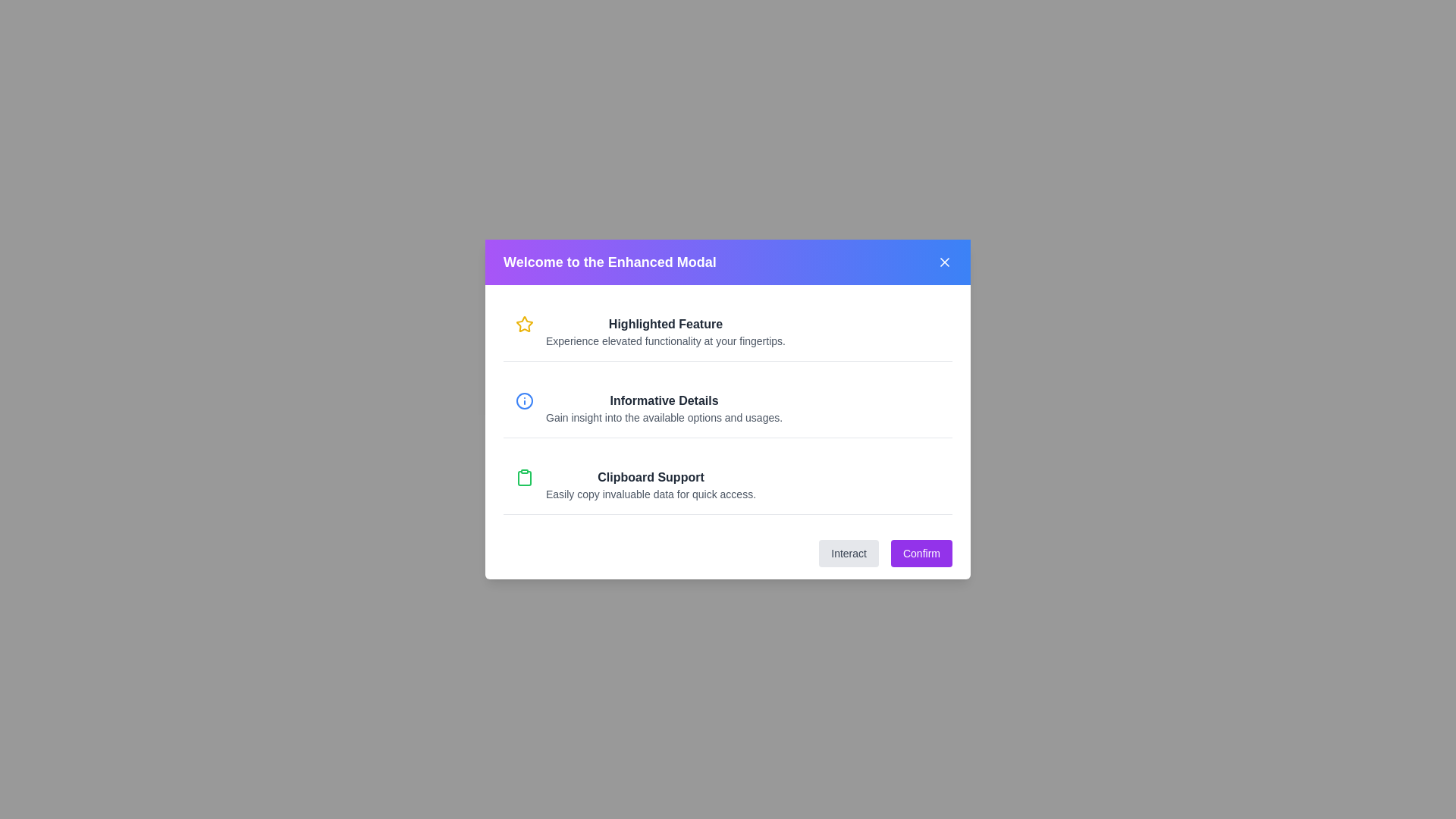 This screenshot has width=1456, height=819. I want to click on the green-bordered clipboard icon located to the left of the text 'Clipboard Support' for visual cues, so click(524, 476).